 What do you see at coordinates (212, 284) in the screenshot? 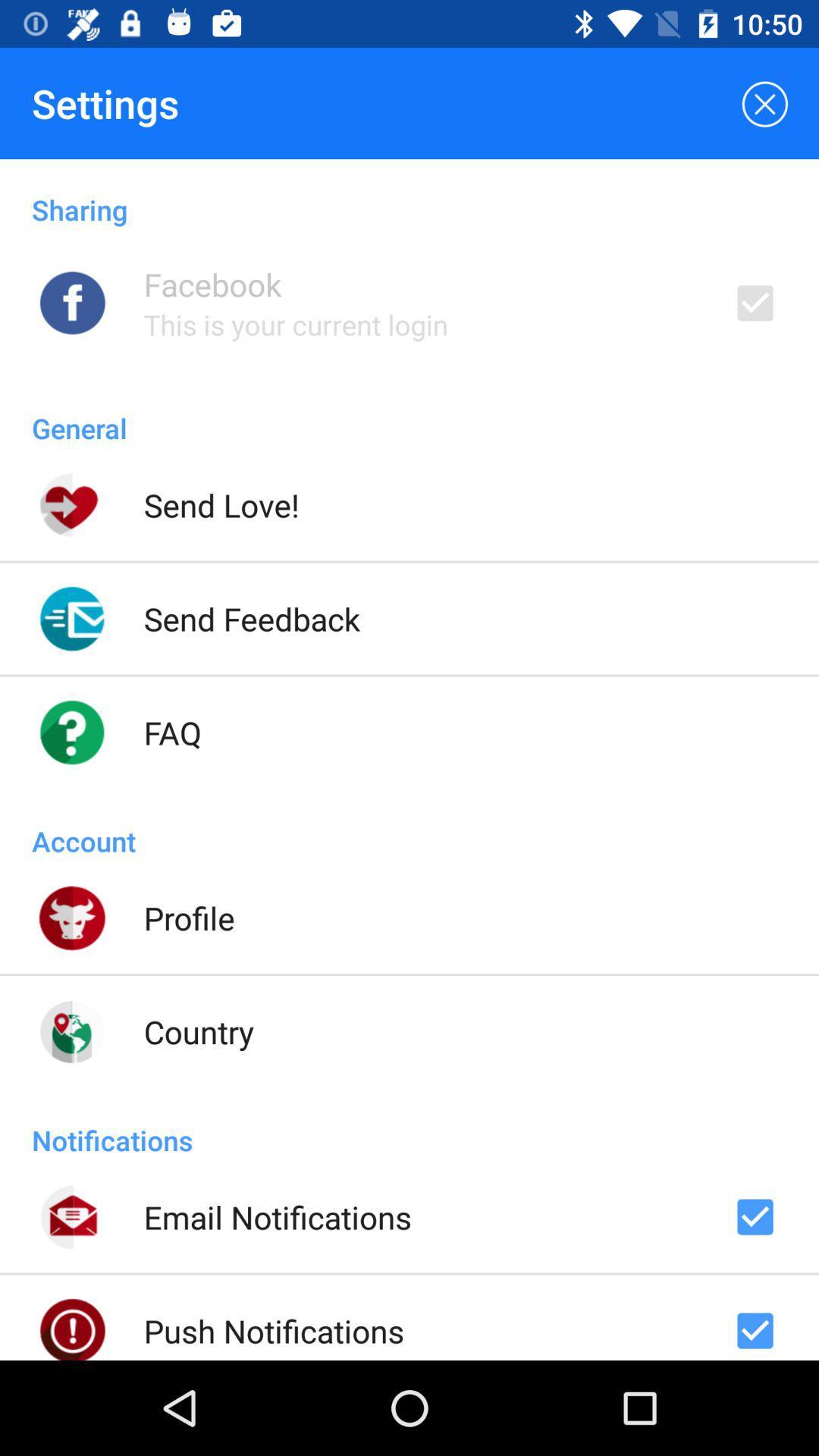
I see `facebook item` at bounding box center [212, 284].